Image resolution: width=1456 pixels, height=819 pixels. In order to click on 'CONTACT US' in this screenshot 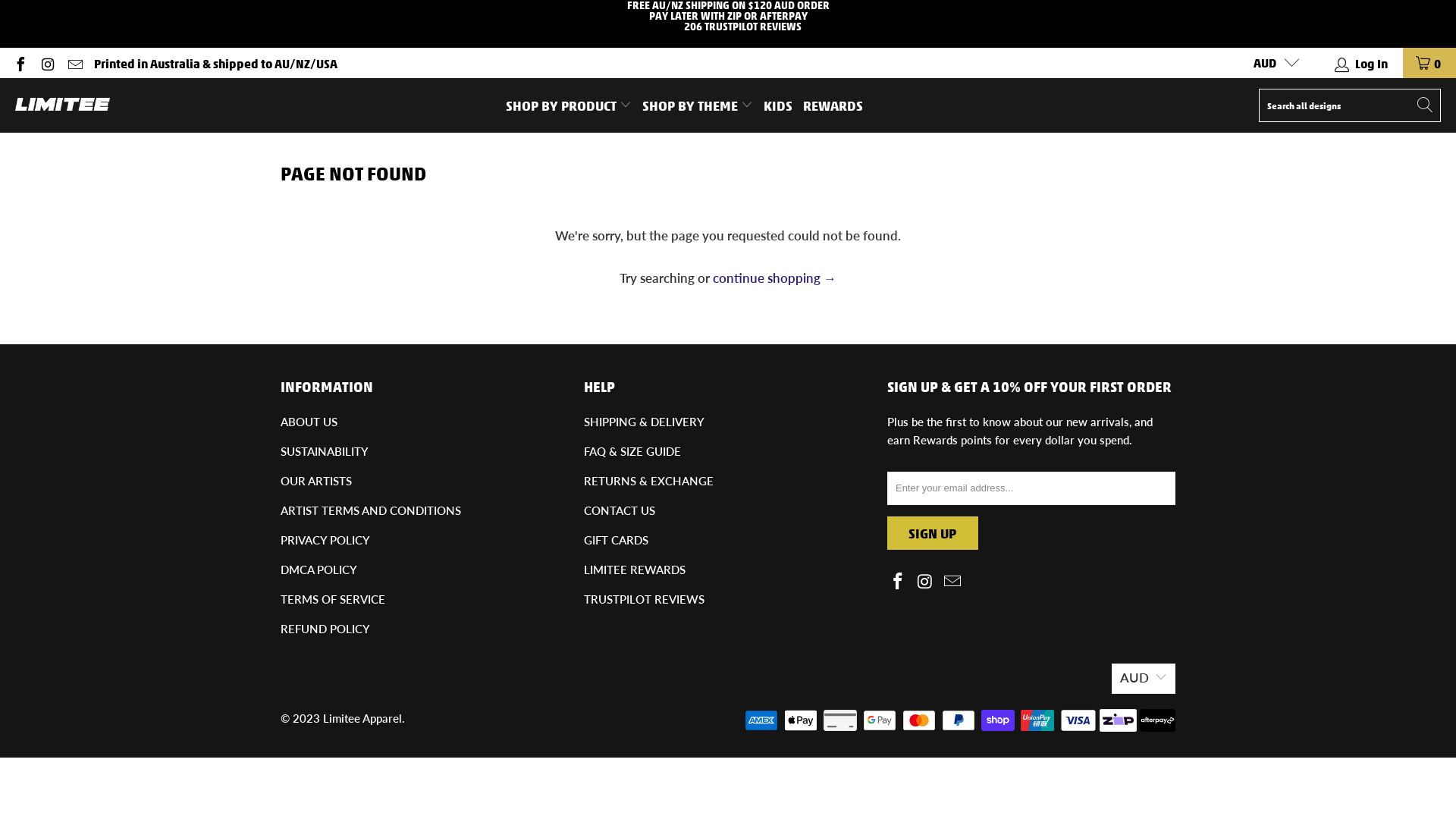, I will do `click(619, 510)`.